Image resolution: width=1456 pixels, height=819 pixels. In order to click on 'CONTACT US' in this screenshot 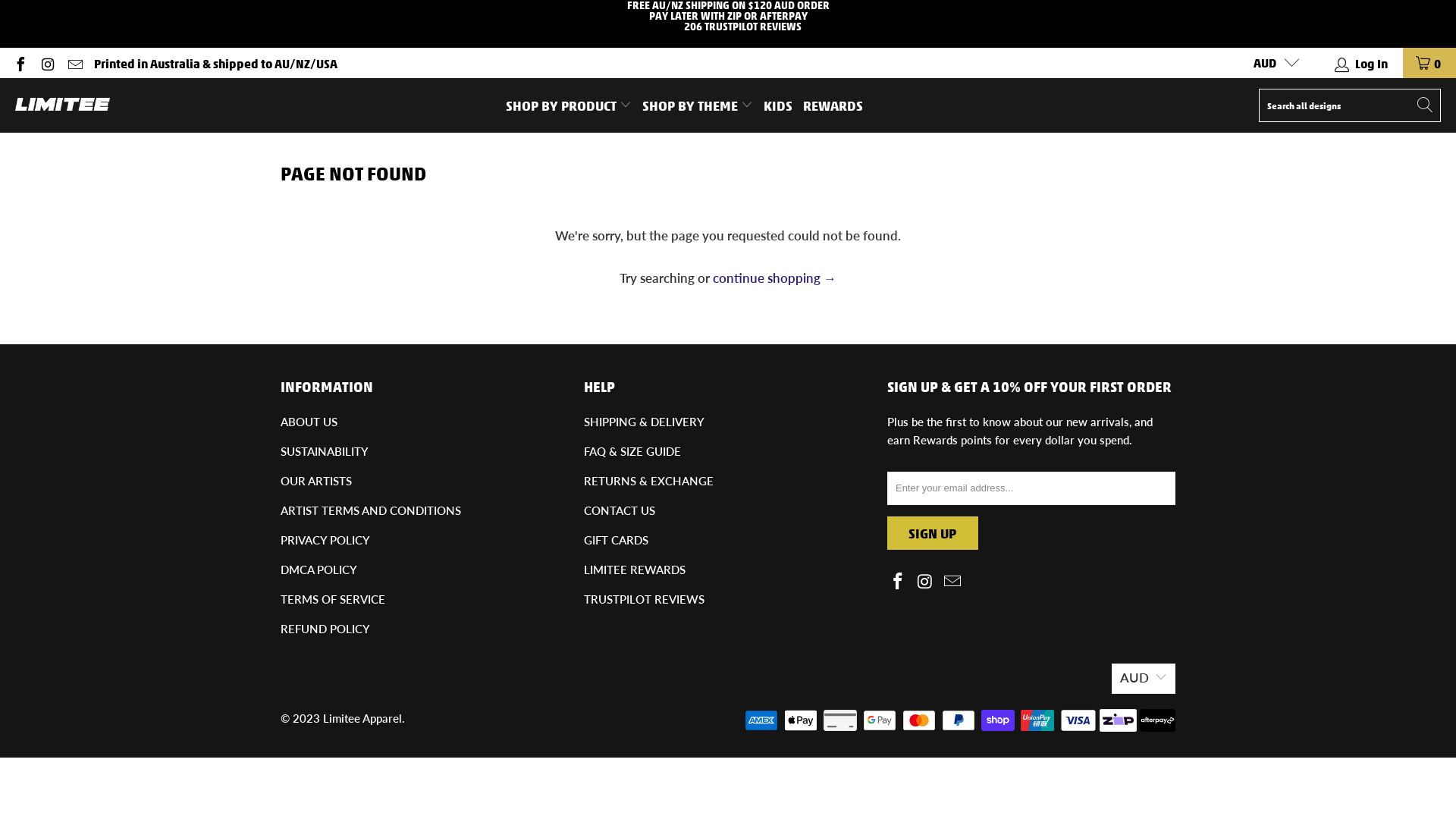, I will do `click(619, 510)`.